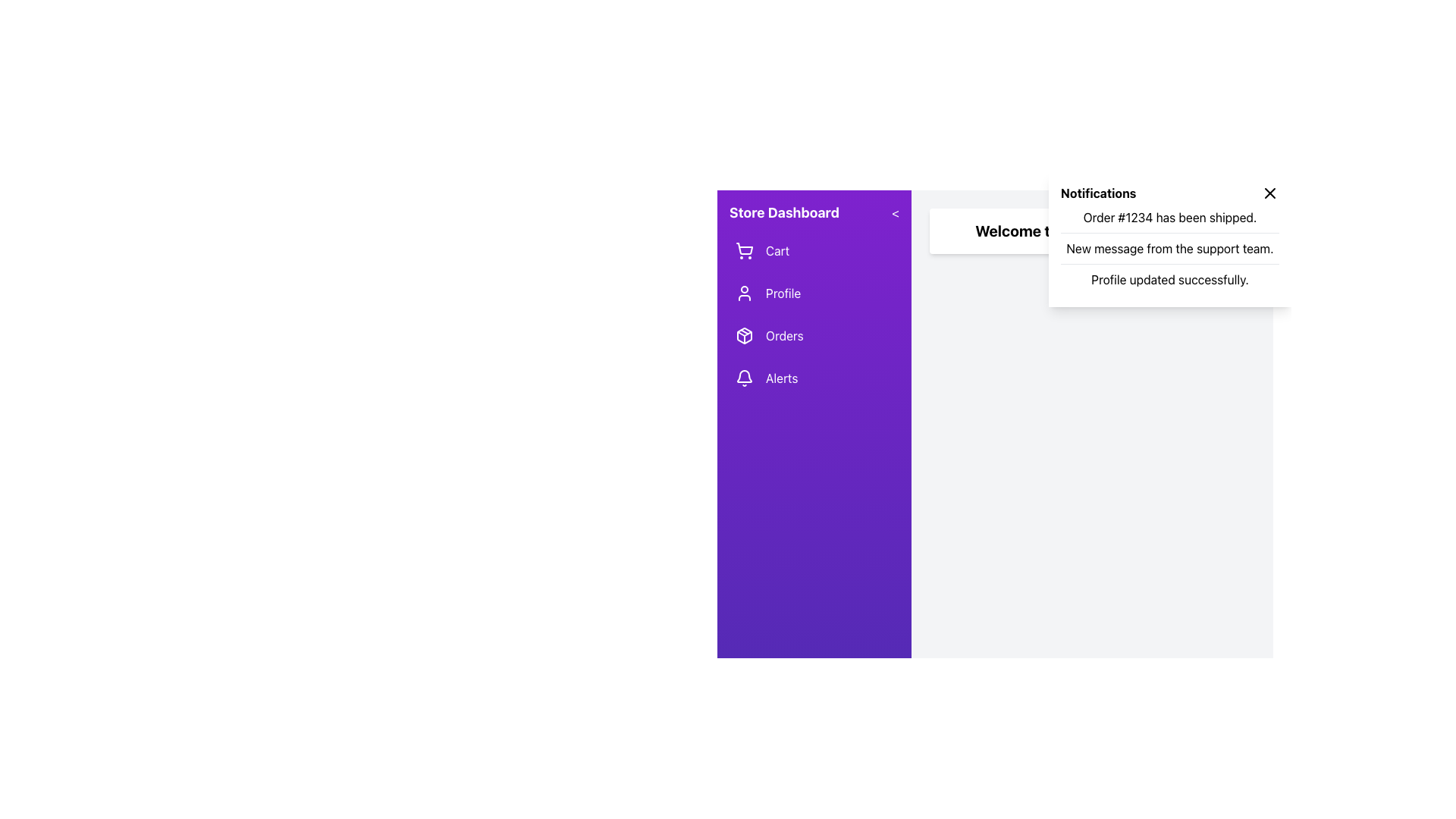 The height and width of the screenshot is (819, 1456). What do you see at coordinates (1169, 279) in the screenshot?
I see `the third notification item in the Notifications box that informs the user about a successful profile update, located beneath the 'New message from the support team'` at bounding box center [1169, 279].